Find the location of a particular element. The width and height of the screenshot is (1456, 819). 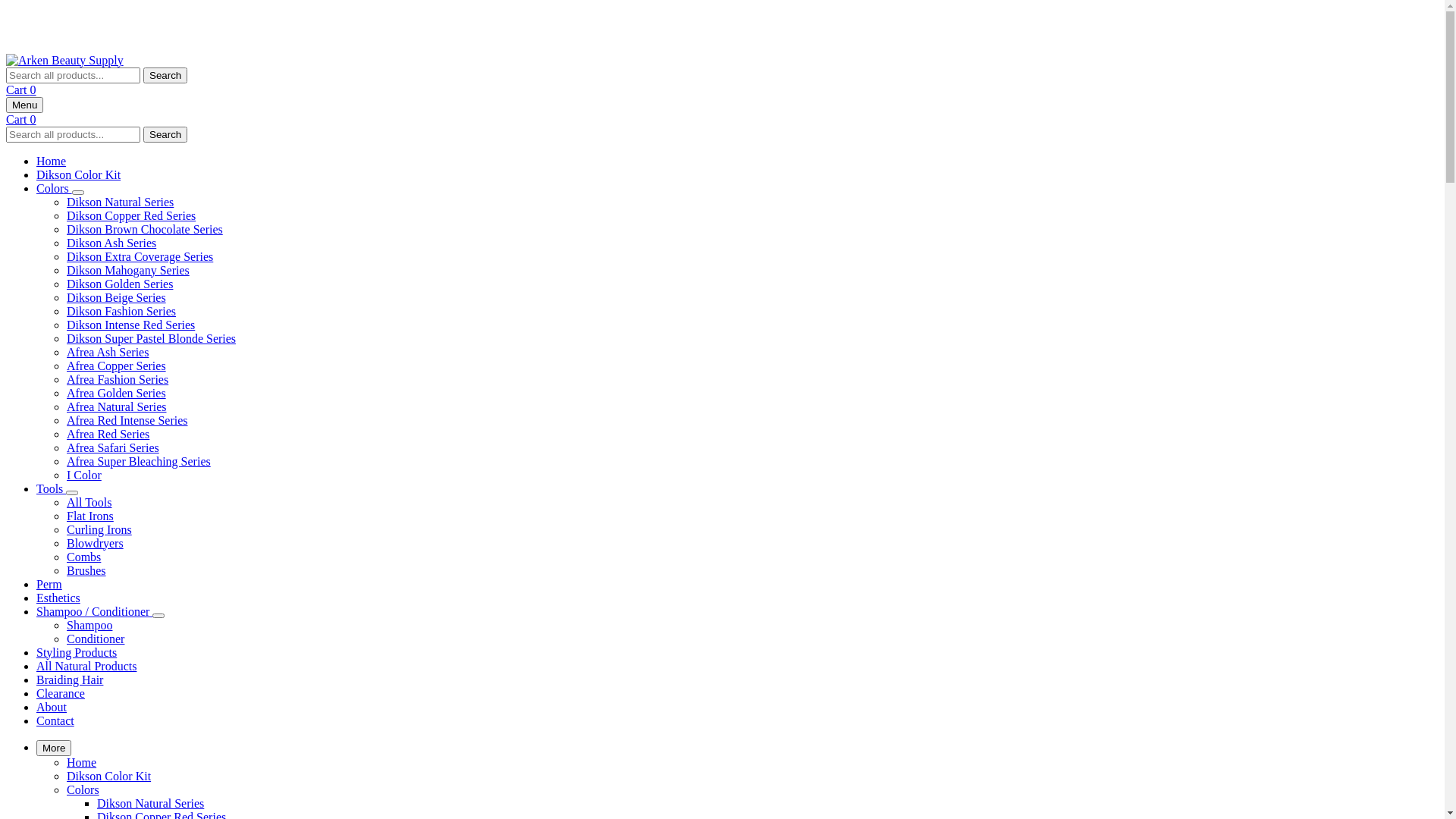

'Conditioner' is located at coordinates (65, 639).